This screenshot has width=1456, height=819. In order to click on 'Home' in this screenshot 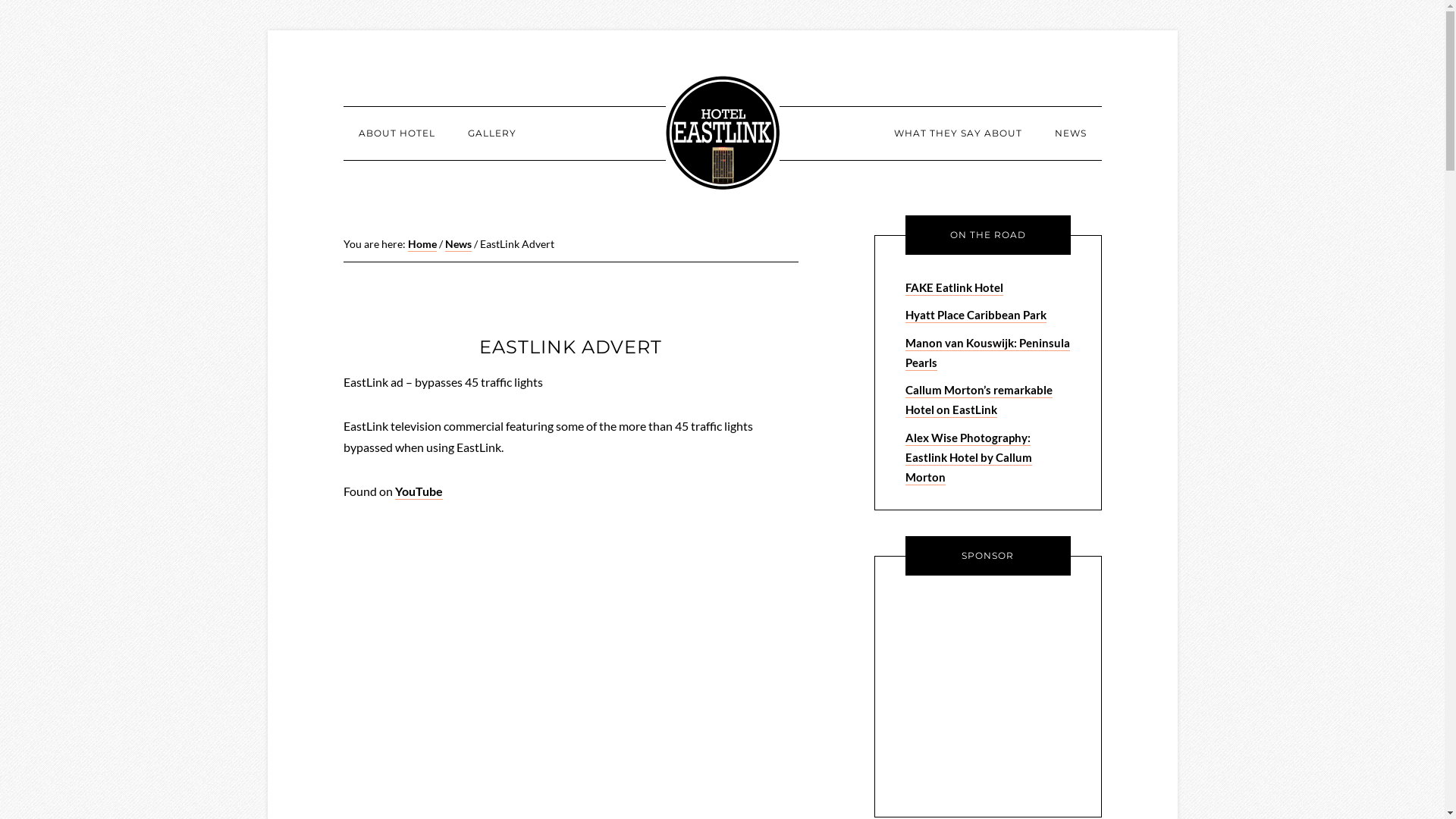, I will do `click(422, 243)`.